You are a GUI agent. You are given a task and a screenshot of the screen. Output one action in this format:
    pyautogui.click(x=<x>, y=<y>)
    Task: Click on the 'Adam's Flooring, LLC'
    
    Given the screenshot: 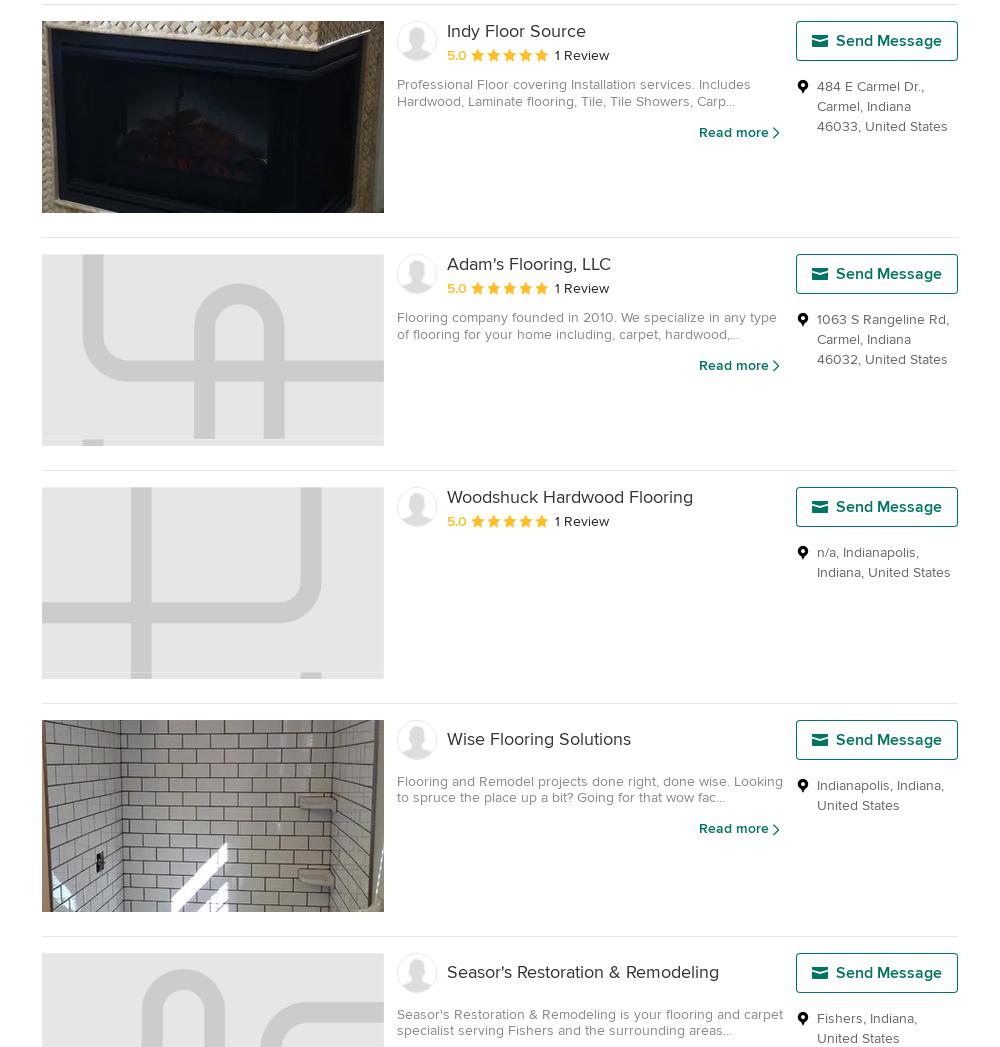 What is the action you would take?
    pyautogui.click(x=529, y=263)
    